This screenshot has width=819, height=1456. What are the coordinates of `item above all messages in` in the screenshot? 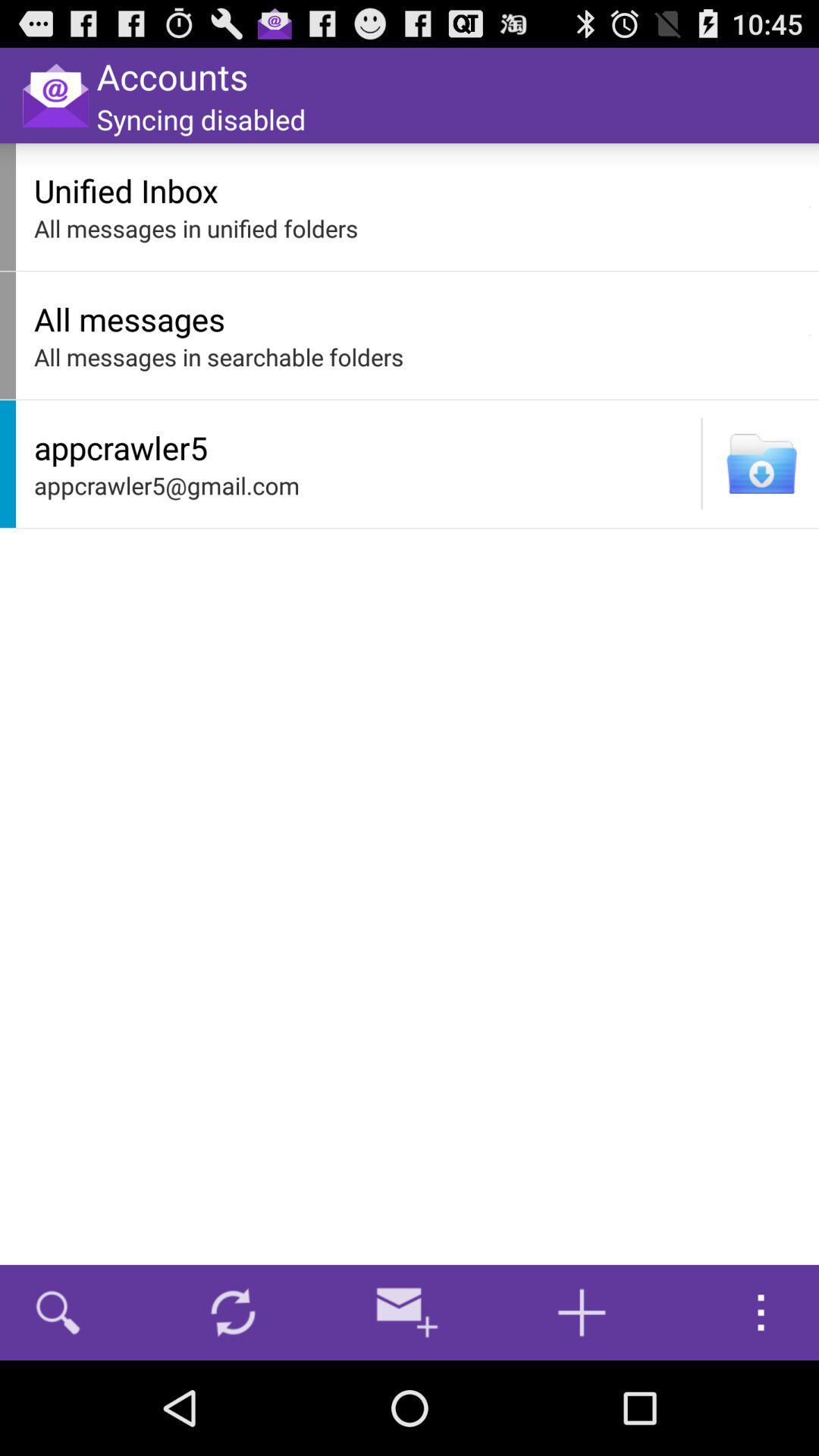 It's located at (417, 190).